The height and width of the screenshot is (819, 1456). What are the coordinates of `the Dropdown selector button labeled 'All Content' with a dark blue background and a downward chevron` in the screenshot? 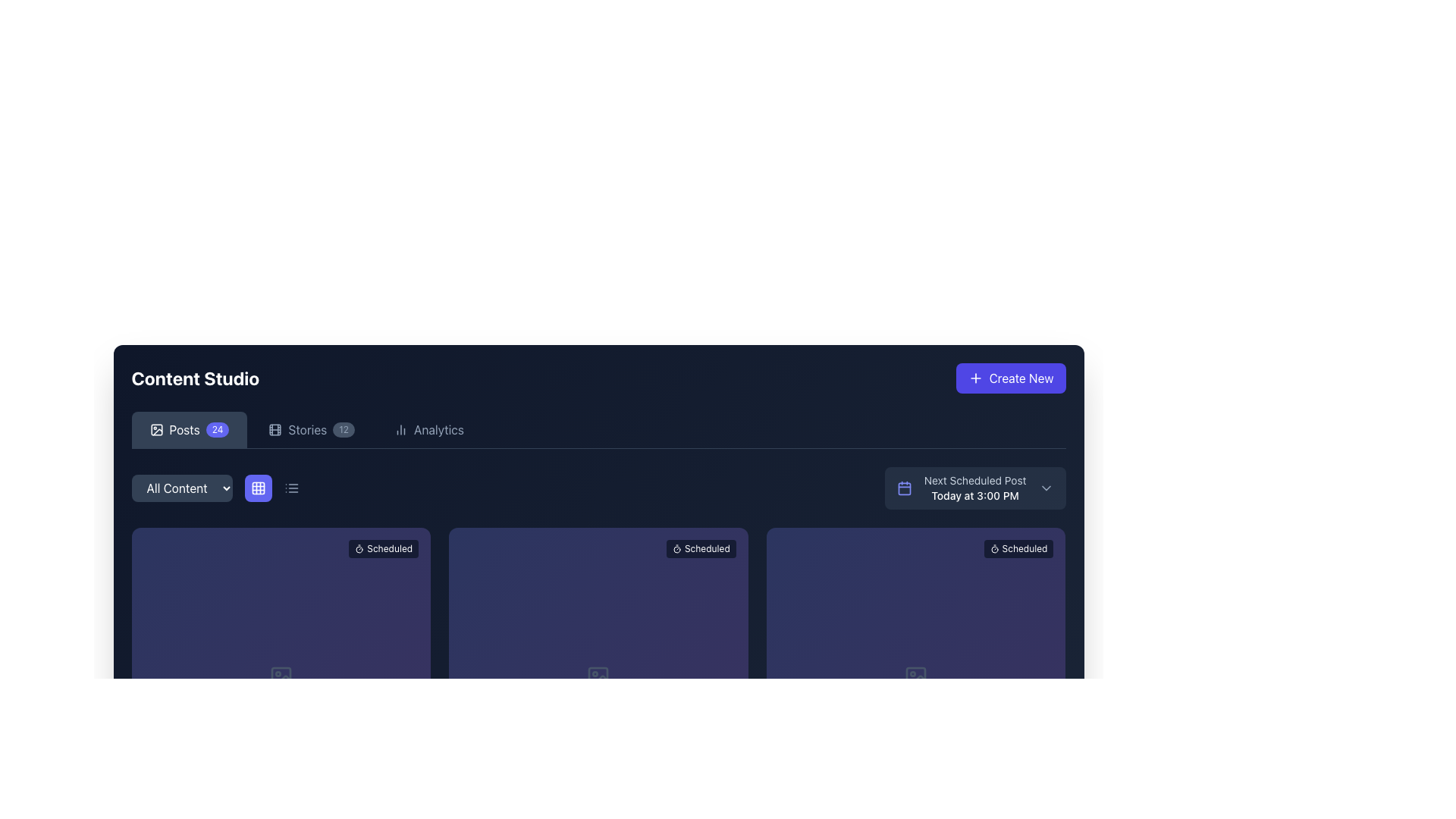 It's located at (182, 488).